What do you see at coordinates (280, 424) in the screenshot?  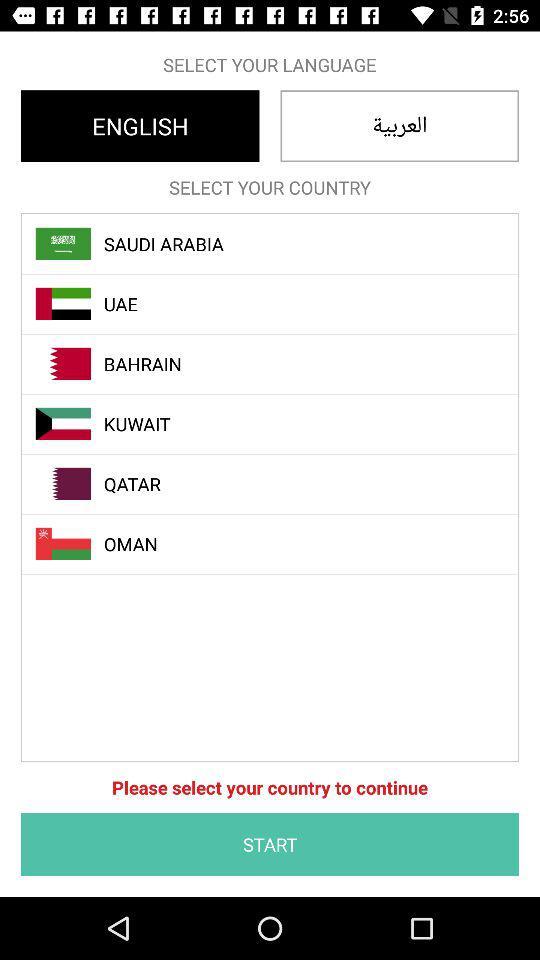 I see `kuwait item` at bounding box center [280, 424].